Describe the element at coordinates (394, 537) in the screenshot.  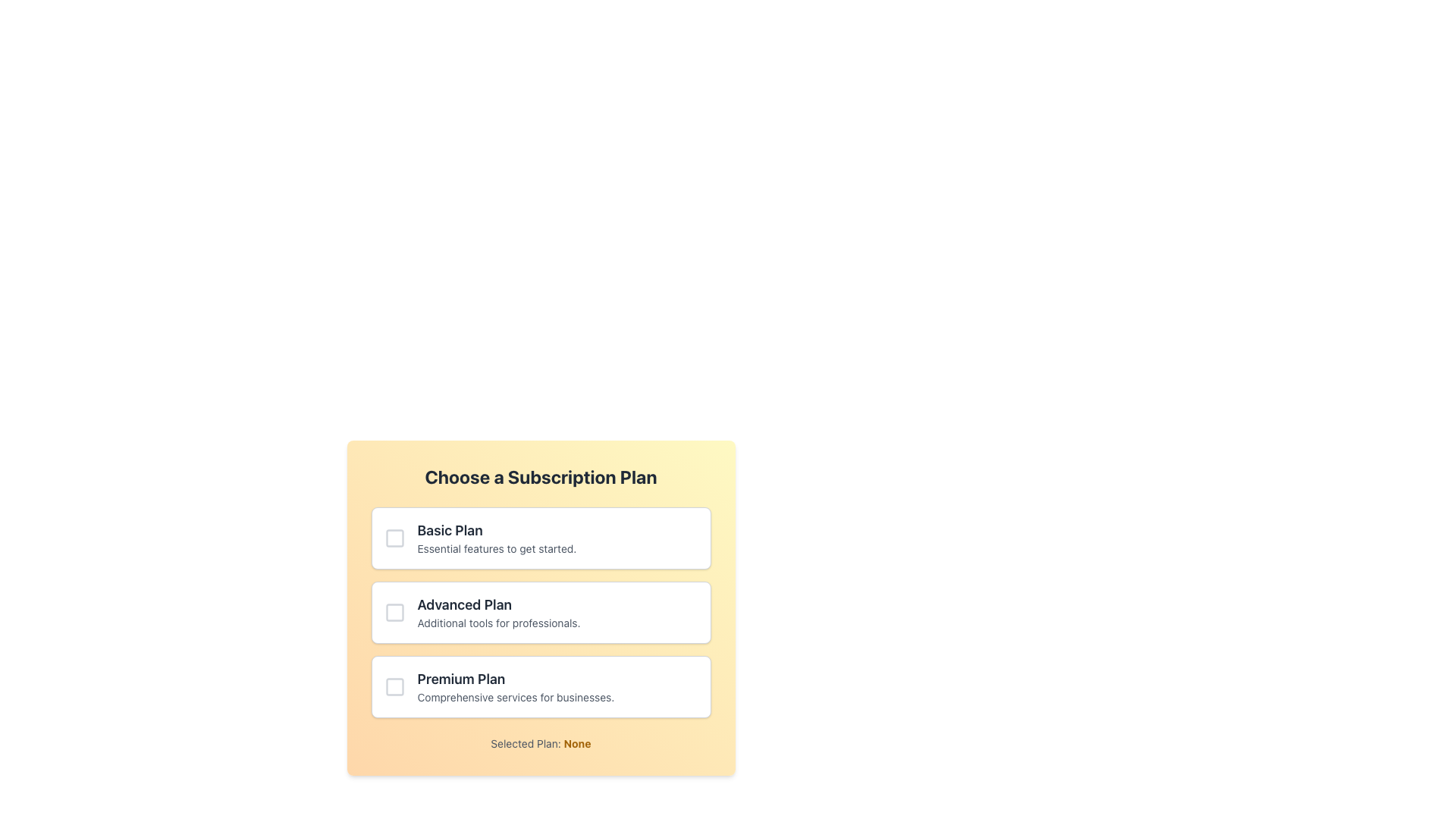
I see `the checkbox located to the left of the 'Basic Plan' text` at that location.